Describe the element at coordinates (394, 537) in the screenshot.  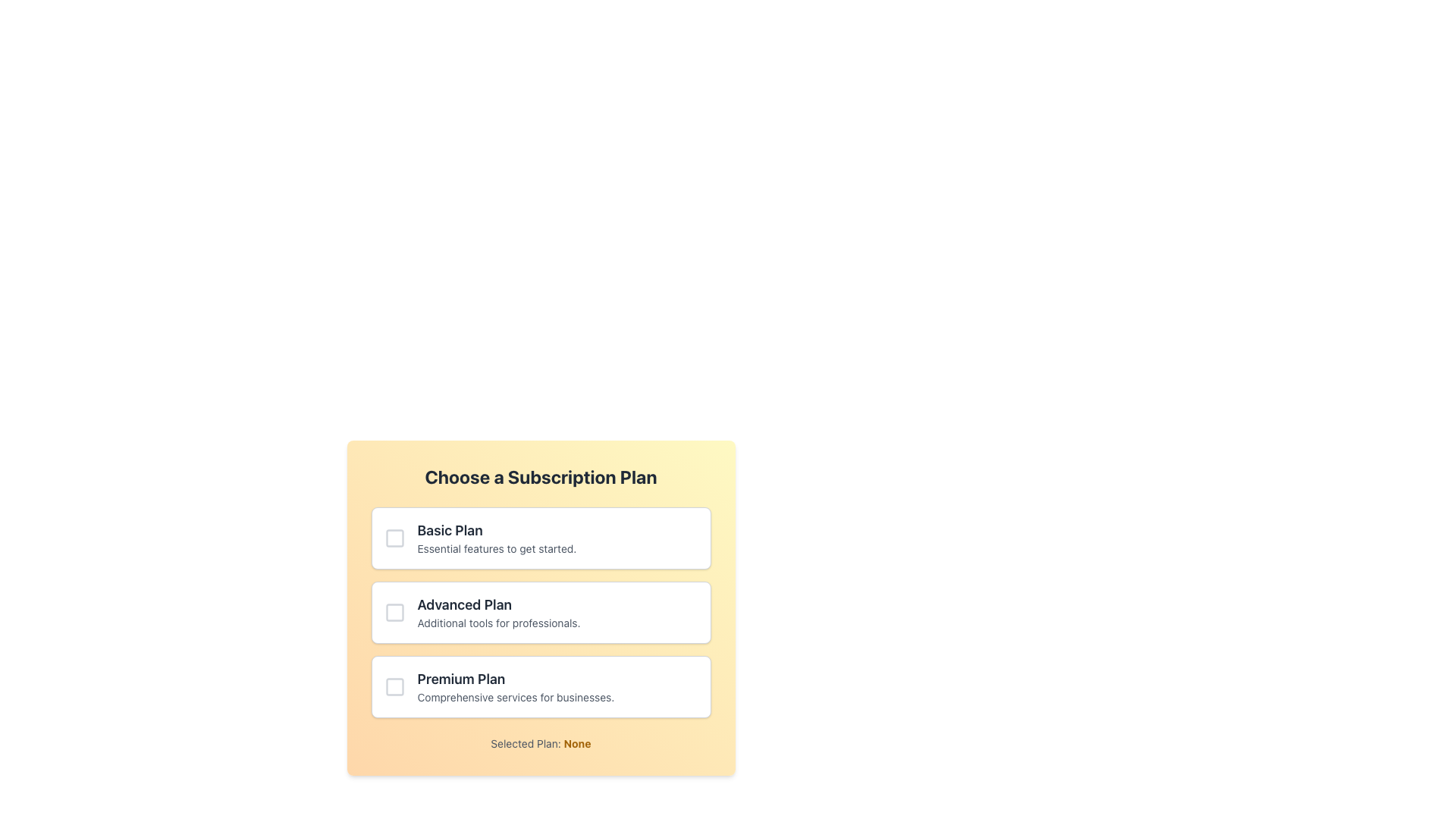
I see `the checkbox located to the left of the 'Basic Plan' text` at that location.